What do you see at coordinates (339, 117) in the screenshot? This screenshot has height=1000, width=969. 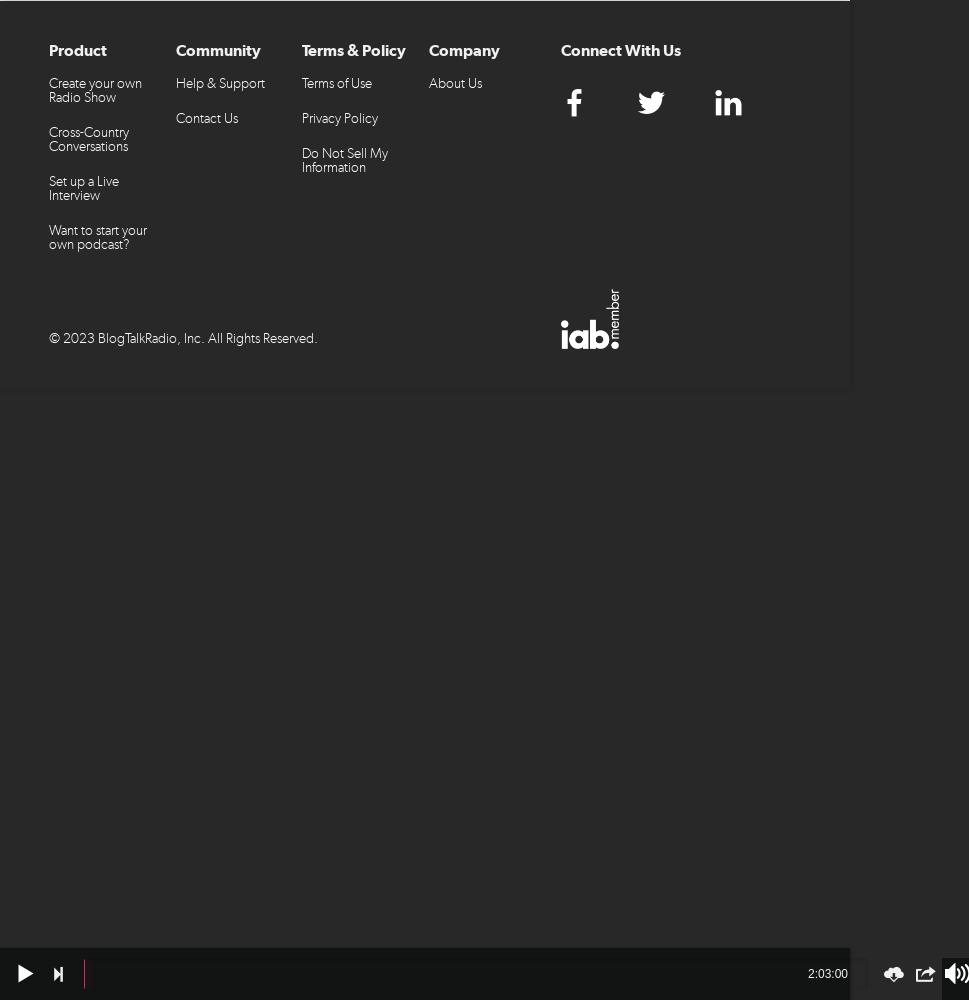 I see `'Privacy Policy'` at bounding box center [339, 117].